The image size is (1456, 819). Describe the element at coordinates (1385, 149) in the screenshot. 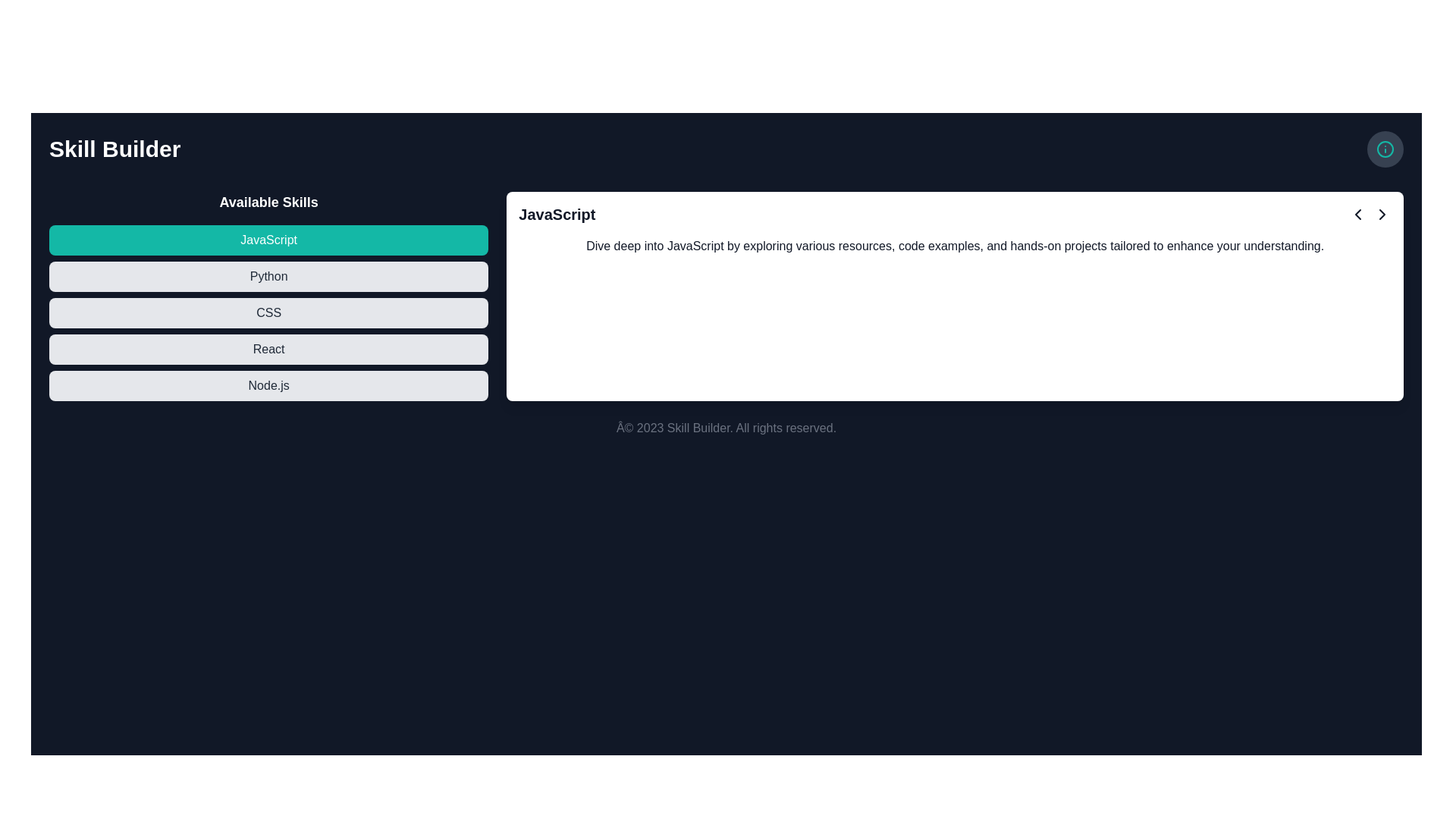

I see `the circular SVG element with a teal stroke color located in the top-right corner of the interface, near the navigation controls` at that location.